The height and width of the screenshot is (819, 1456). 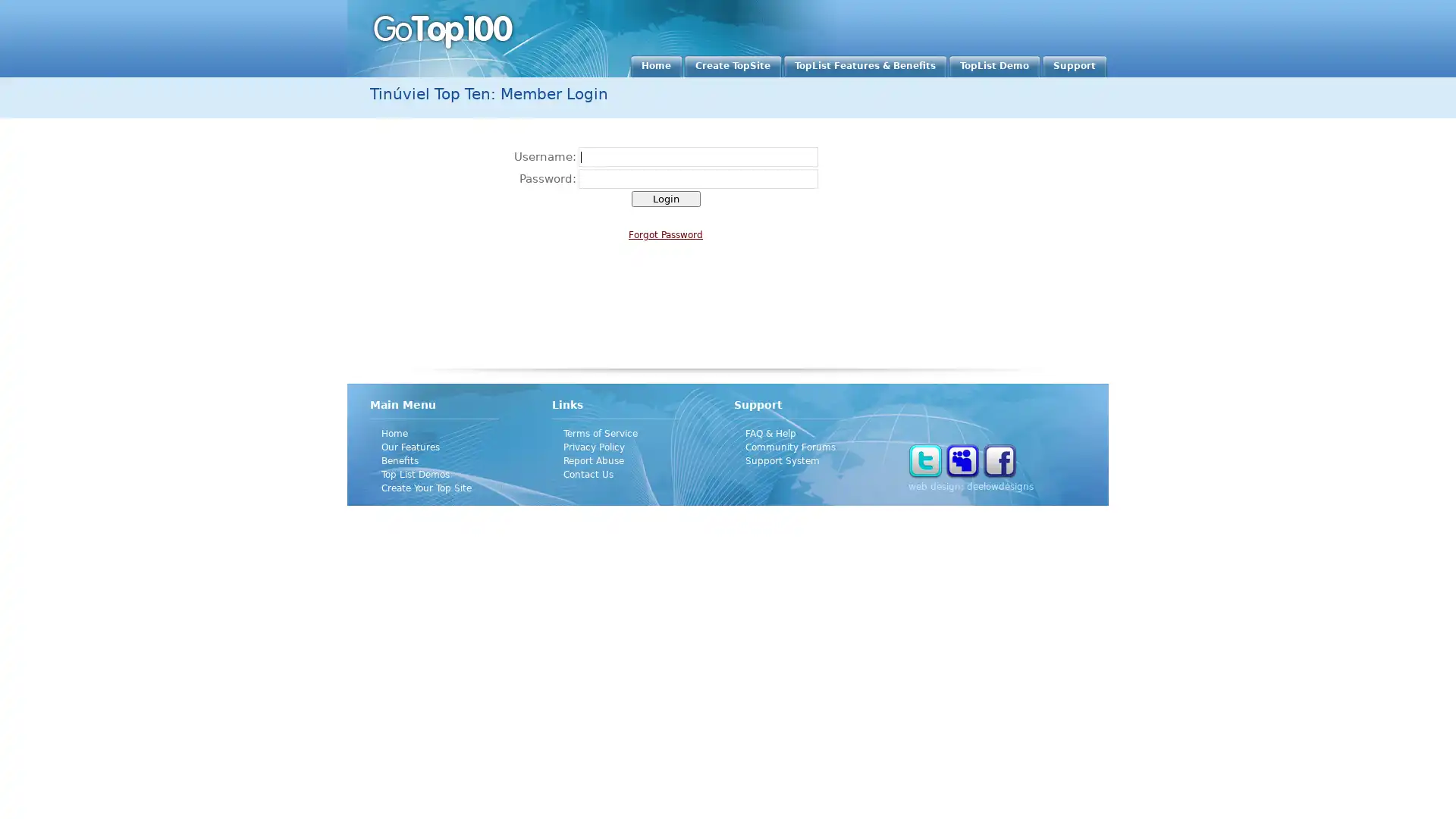 What do you see at coordinates (665, 198) in the screenshot?
I see `Login` at bounding box center [665, 198].